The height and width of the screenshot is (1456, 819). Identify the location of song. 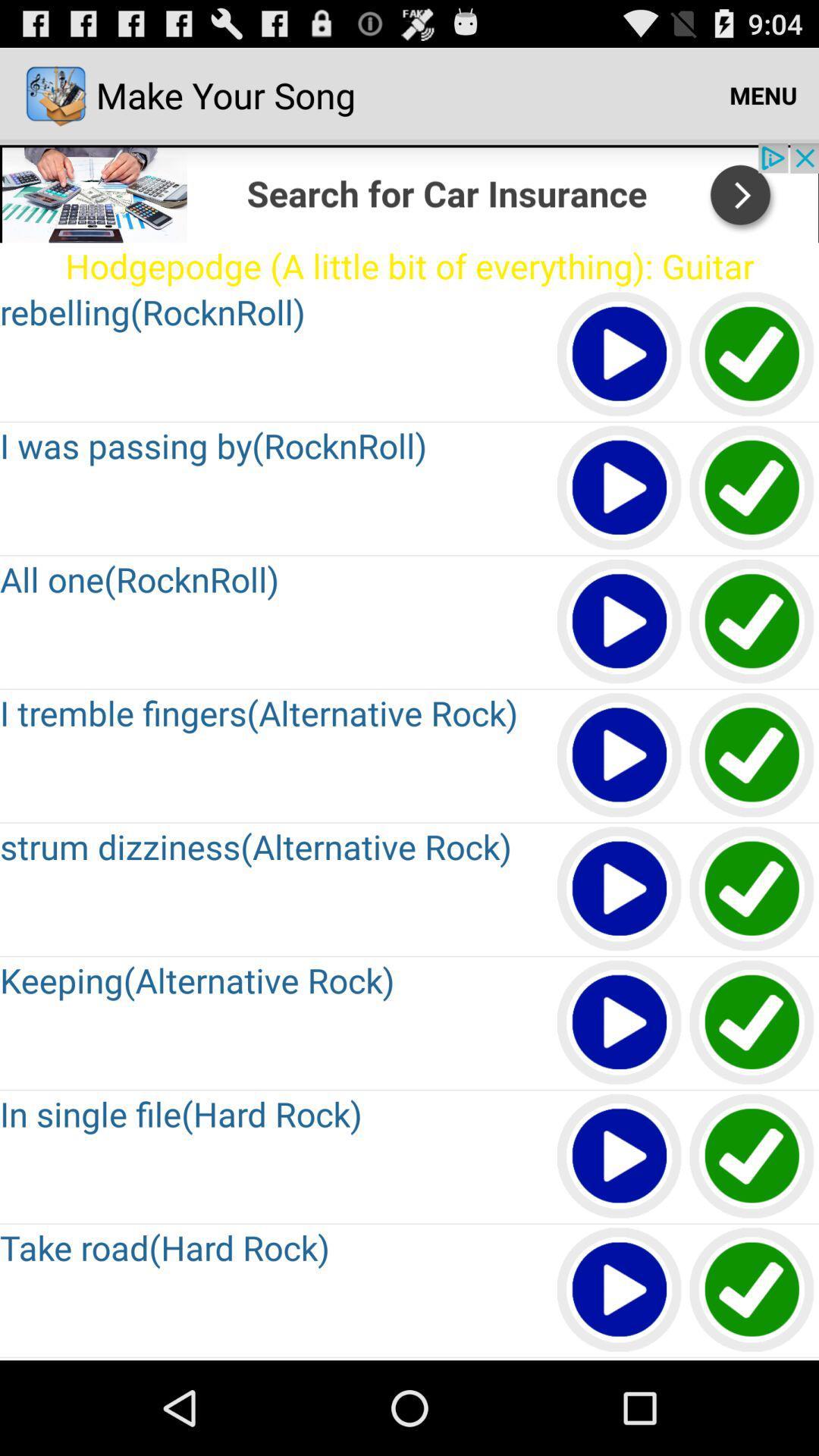
(620, 890).